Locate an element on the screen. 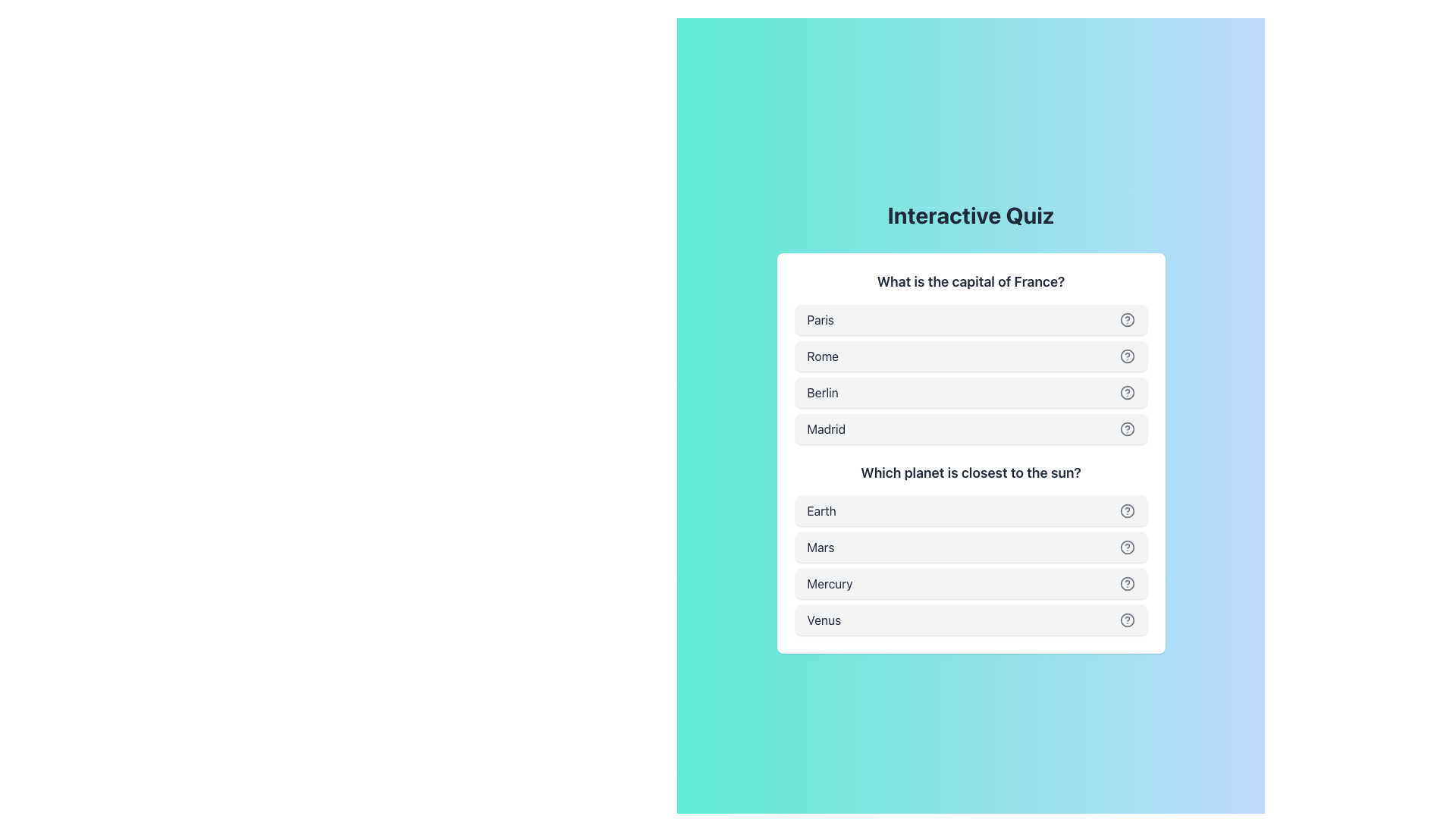  the Circular interactive icon located to the immediate right of the 'Berlin' answer option in the first question of the quiz is located at coordinates (1127, 391).